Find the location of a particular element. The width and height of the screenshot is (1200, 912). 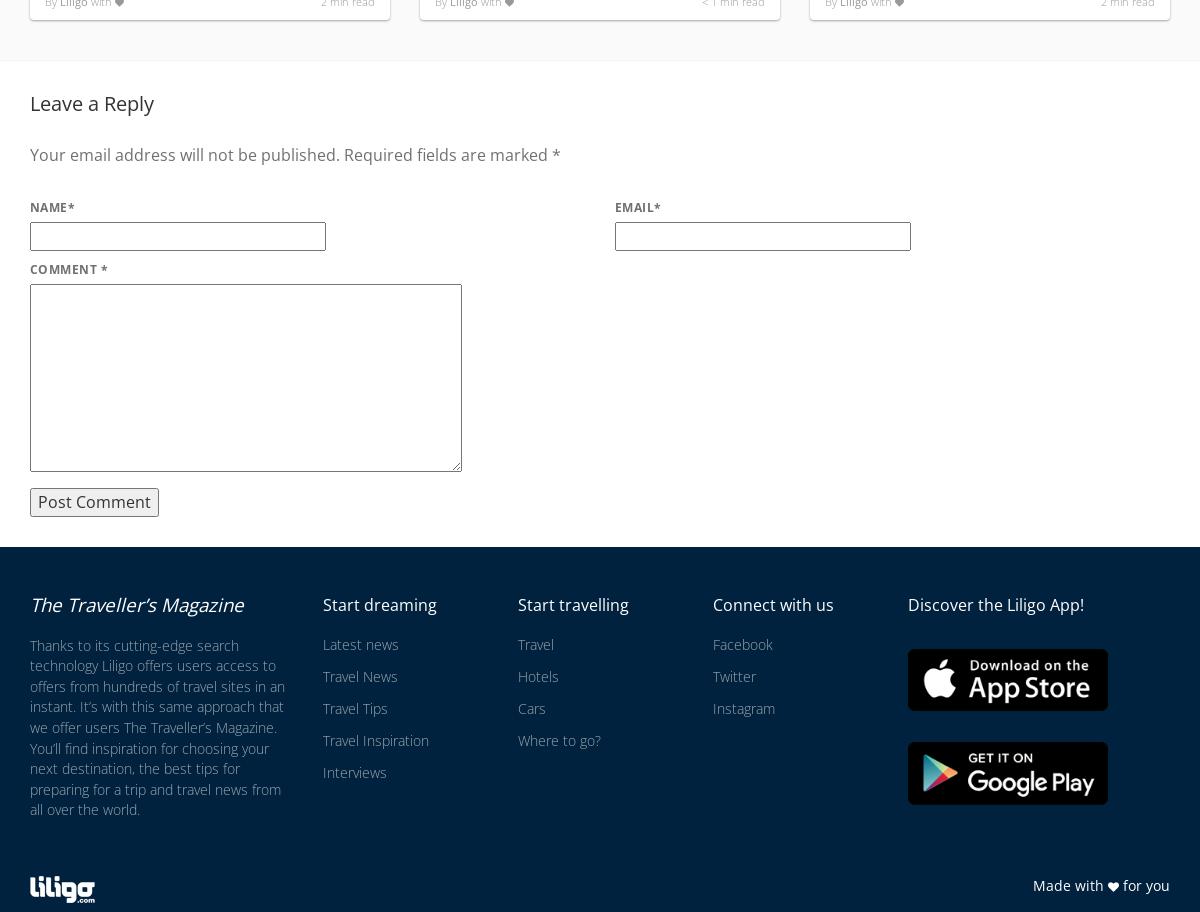

'Your email address will not be published.' is located at coordinates (184, 154).